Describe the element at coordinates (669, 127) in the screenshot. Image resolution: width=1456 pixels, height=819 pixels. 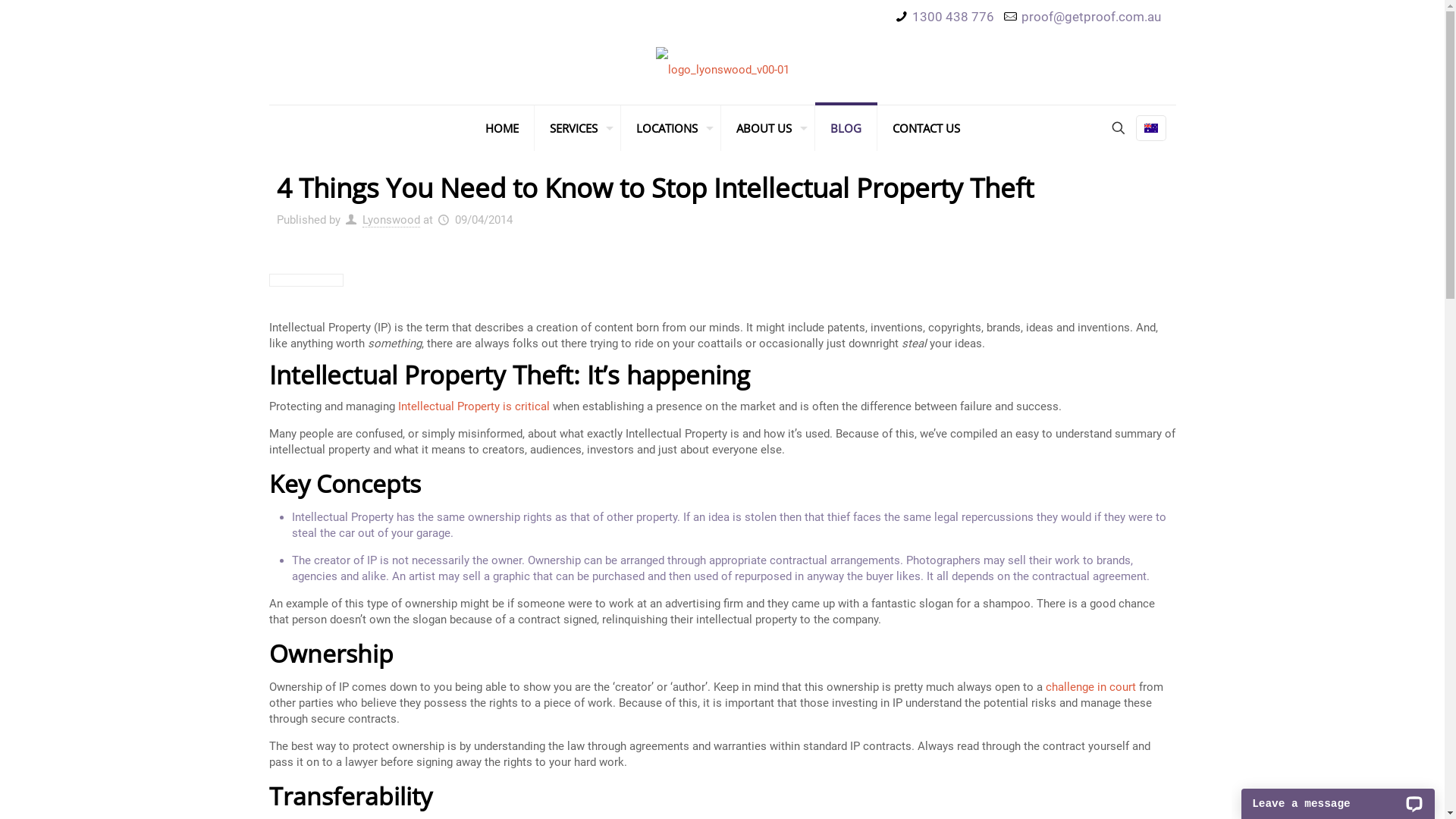
I see `'LOCATIONS'` at that location.